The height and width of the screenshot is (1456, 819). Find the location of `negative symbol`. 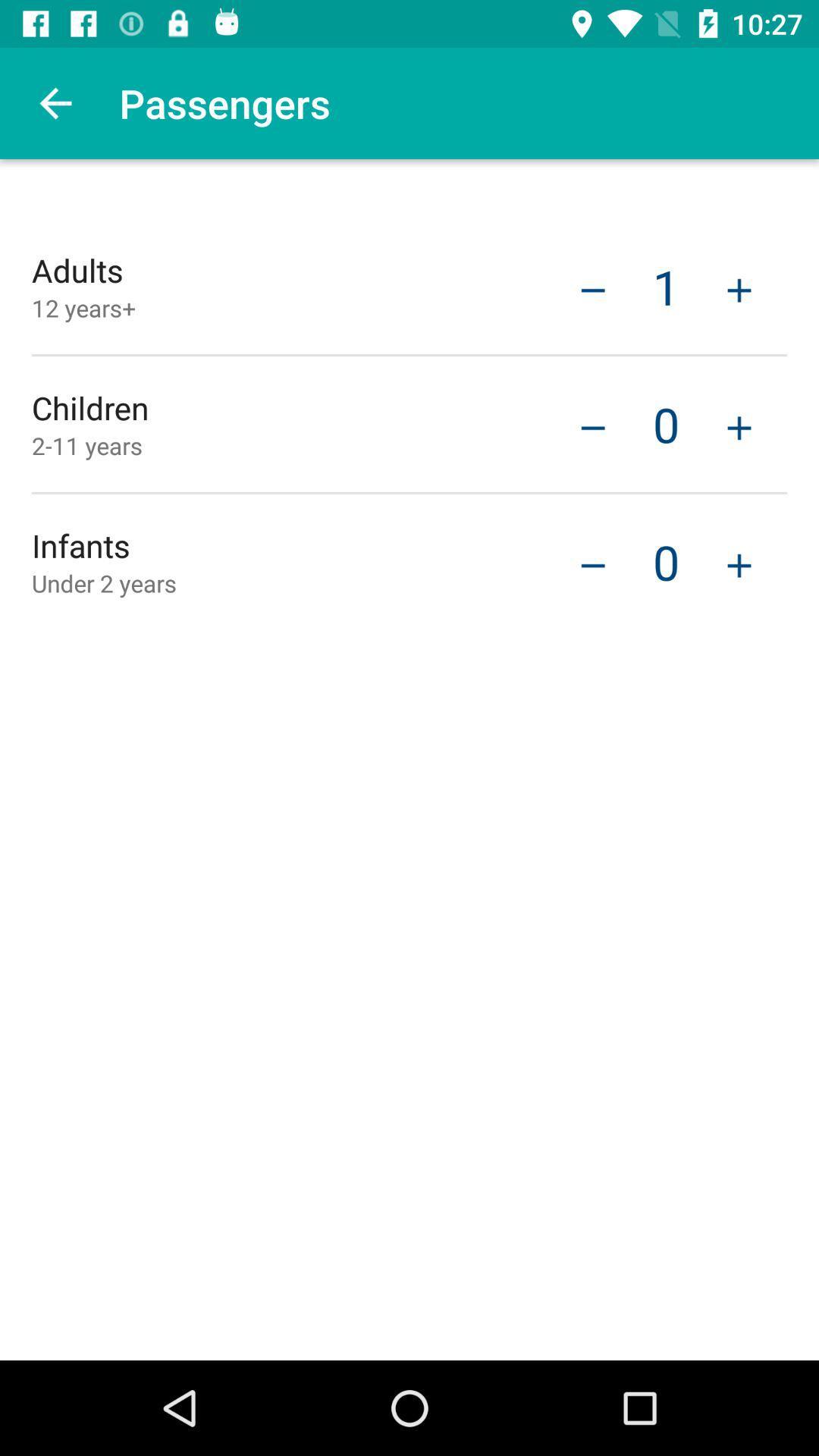

negative symbol is located at coordinates (592, 288).